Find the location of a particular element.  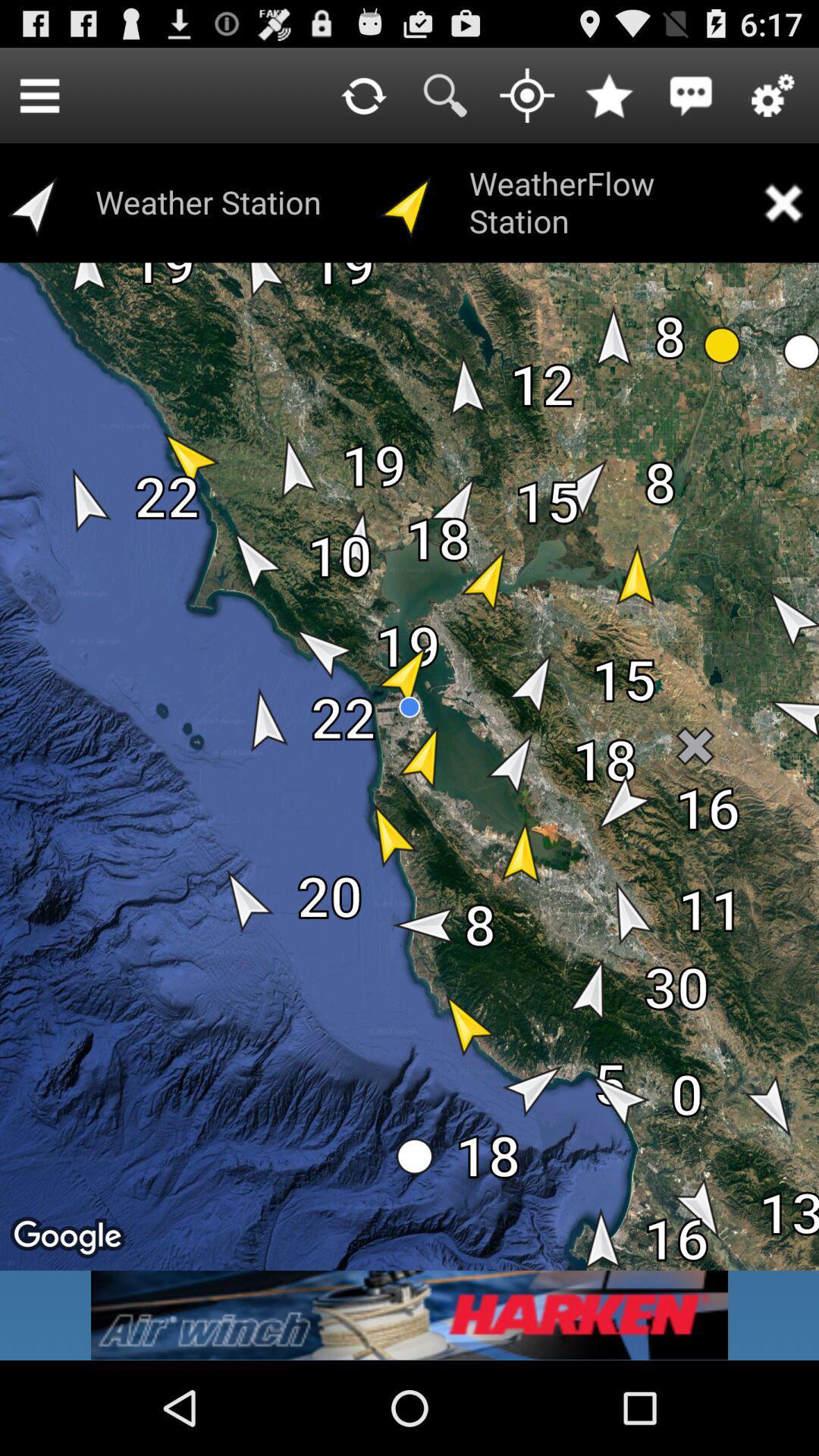

mark as favorite is located at coordinates (608, 94).